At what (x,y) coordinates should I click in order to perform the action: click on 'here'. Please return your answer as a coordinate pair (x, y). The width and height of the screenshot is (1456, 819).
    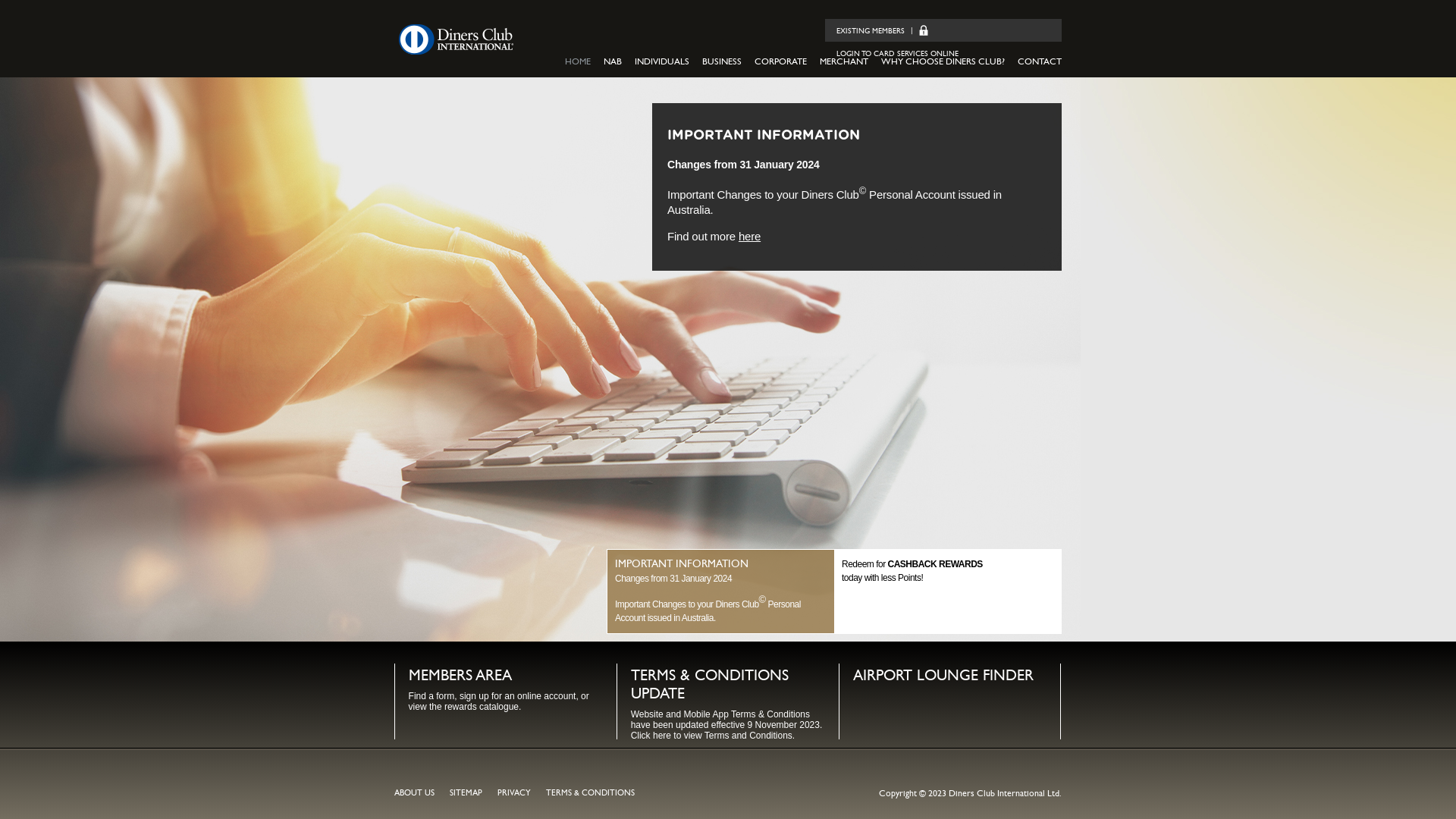
    Looking at the image, I should click on (749, 236).